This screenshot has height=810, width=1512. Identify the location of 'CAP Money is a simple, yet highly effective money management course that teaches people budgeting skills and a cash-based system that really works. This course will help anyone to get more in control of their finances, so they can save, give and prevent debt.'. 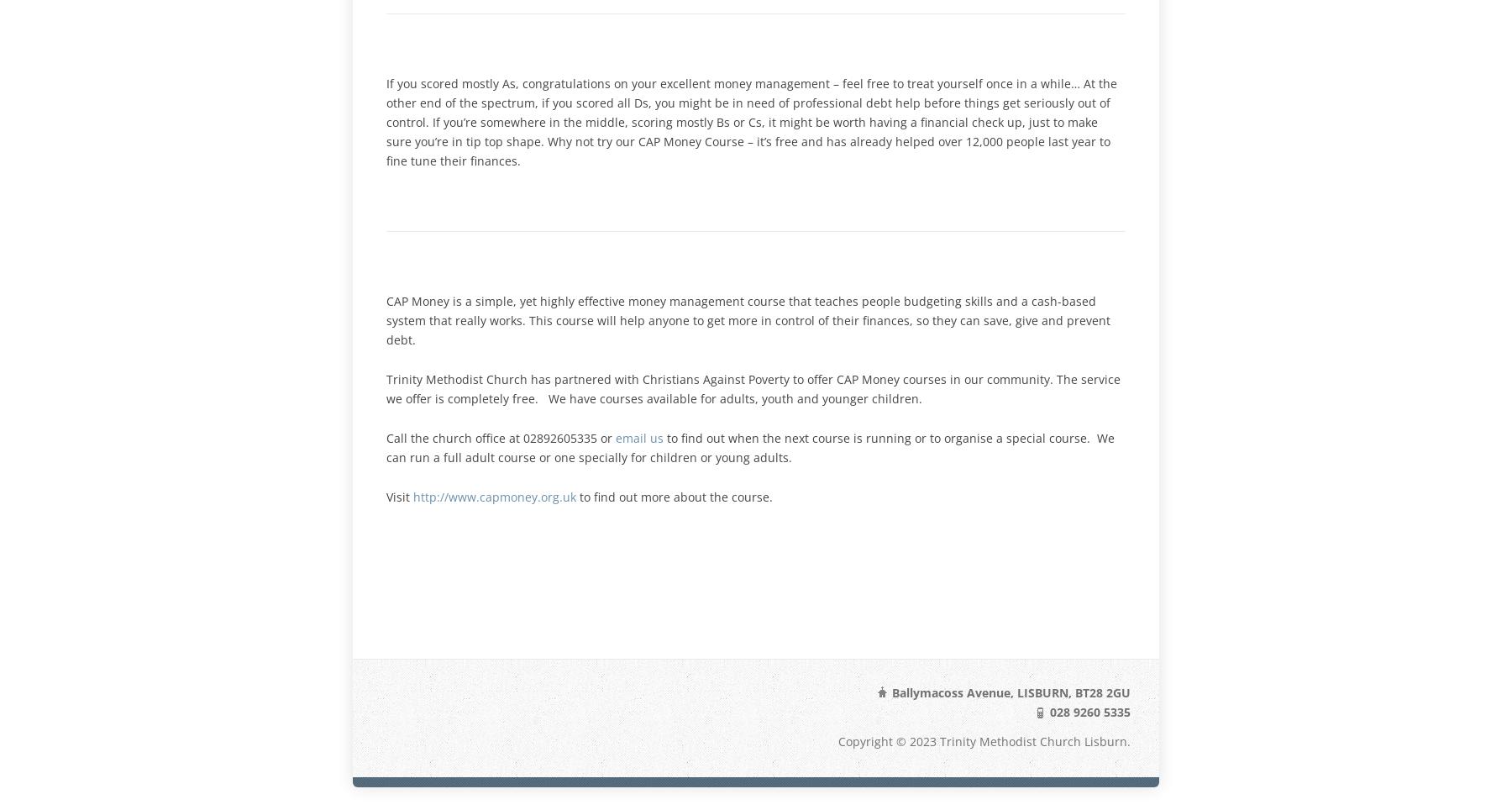
(748, 319).